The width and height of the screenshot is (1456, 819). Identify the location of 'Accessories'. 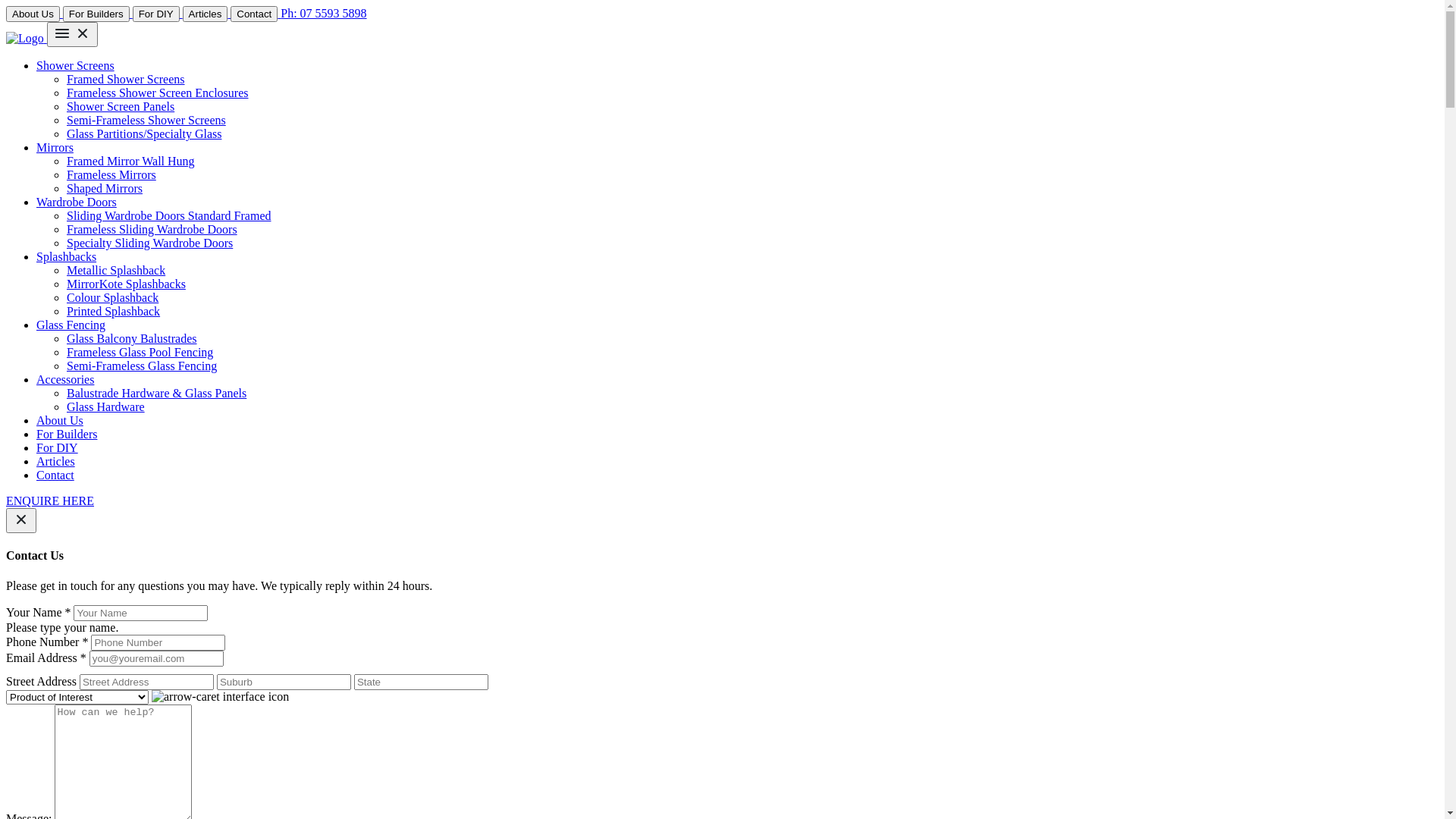
(64, 378).